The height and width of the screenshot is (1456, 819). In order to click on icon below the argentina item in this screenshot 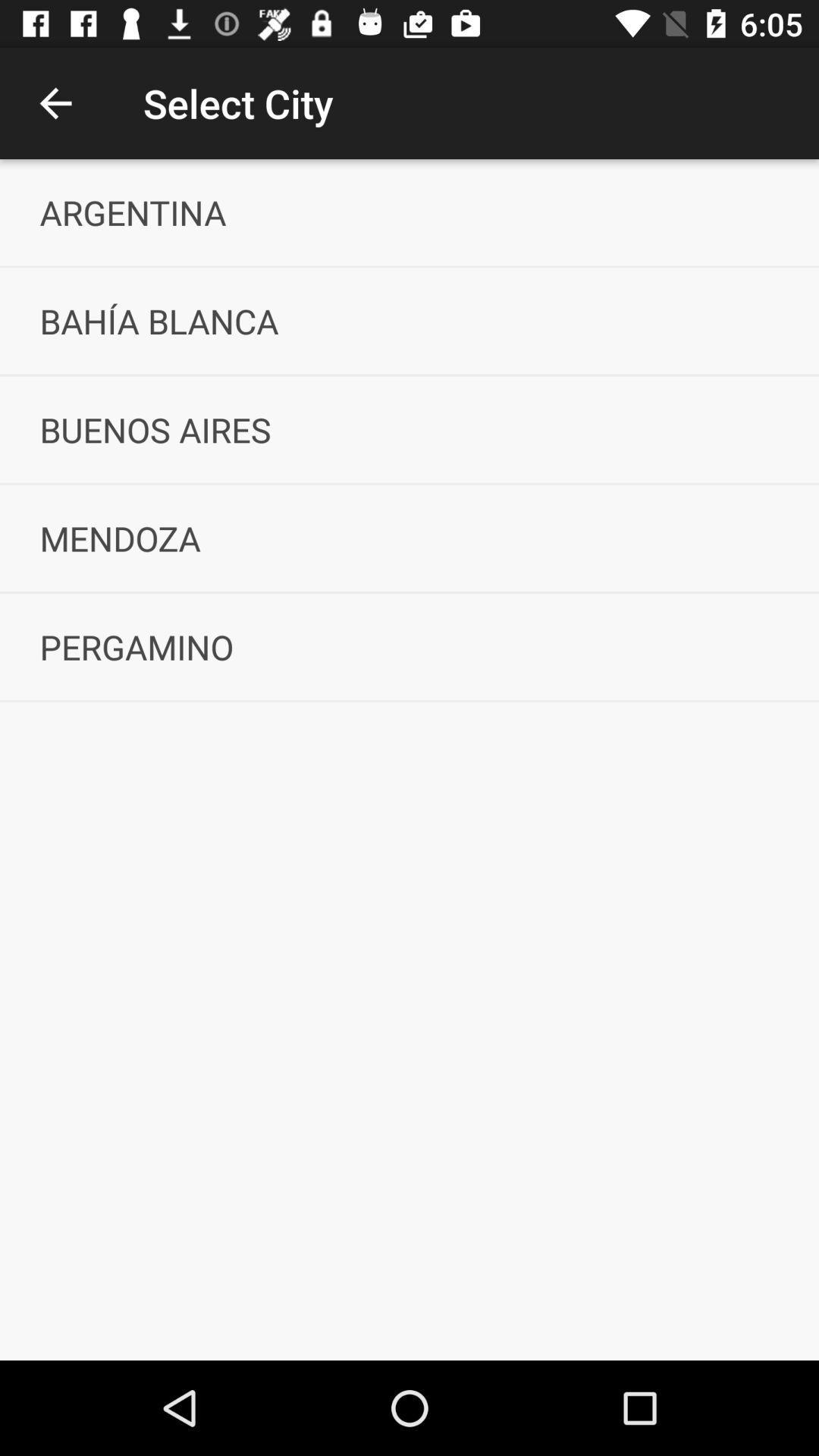, I will do `click(409, 320)`.